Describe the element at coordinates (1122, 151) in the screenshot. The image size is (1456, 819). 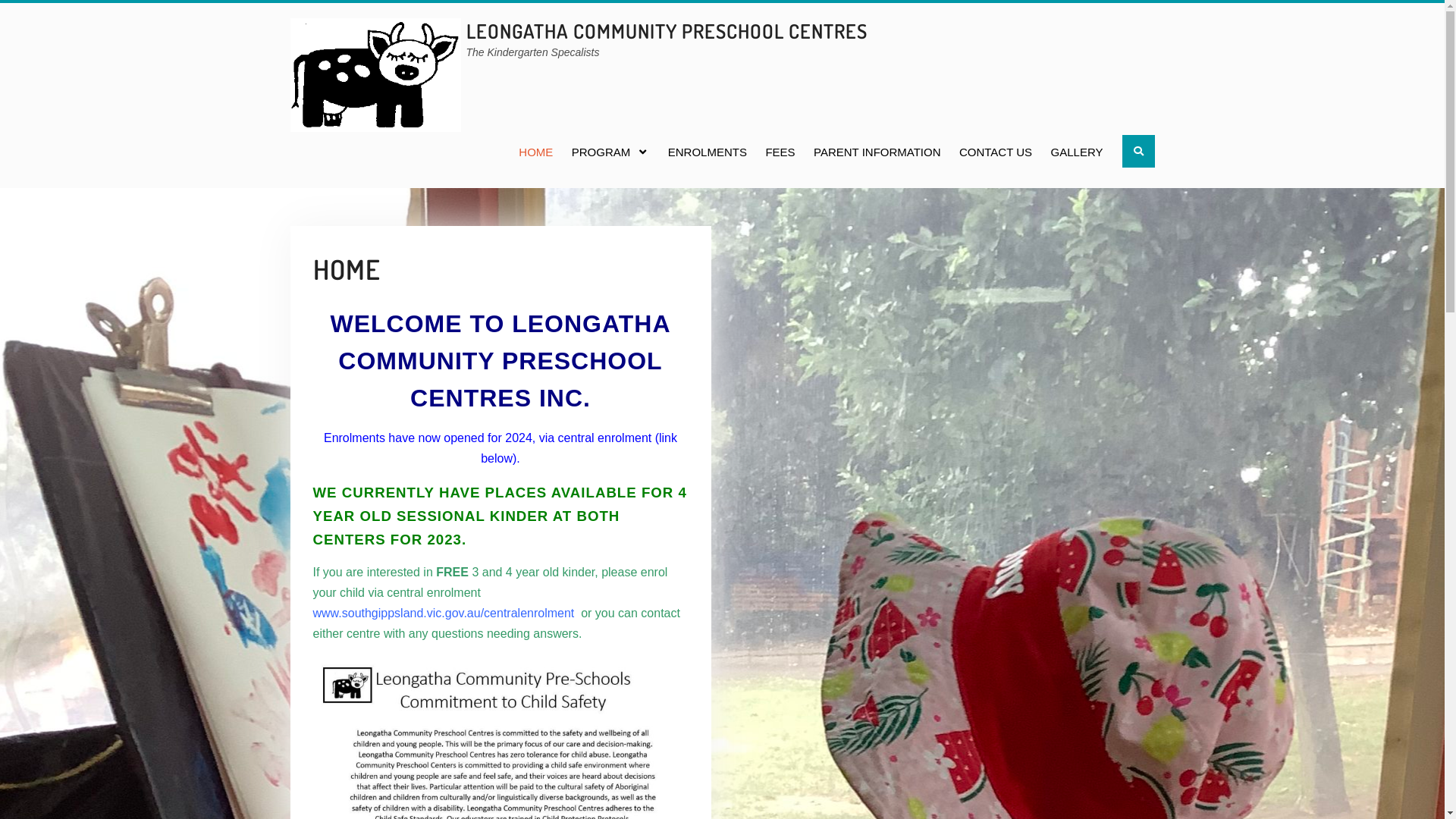
I see `'Search'` at that location.